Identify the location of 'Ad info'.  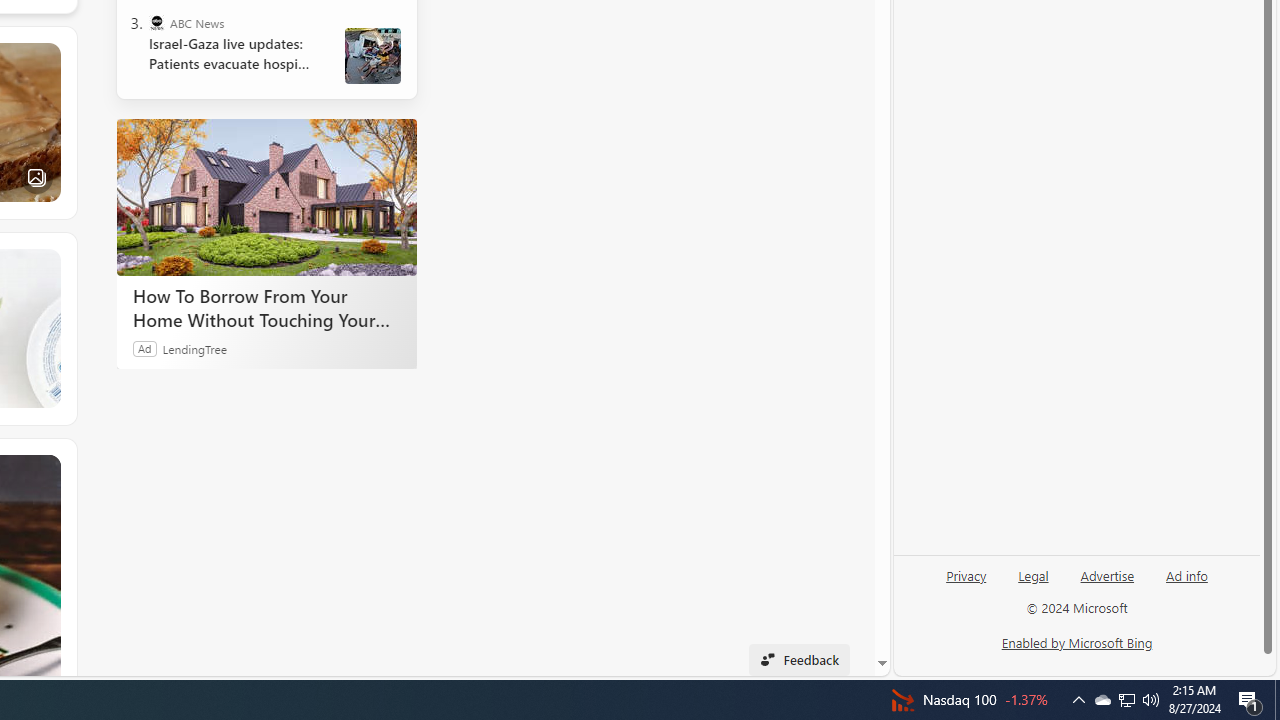
(1186, 583).